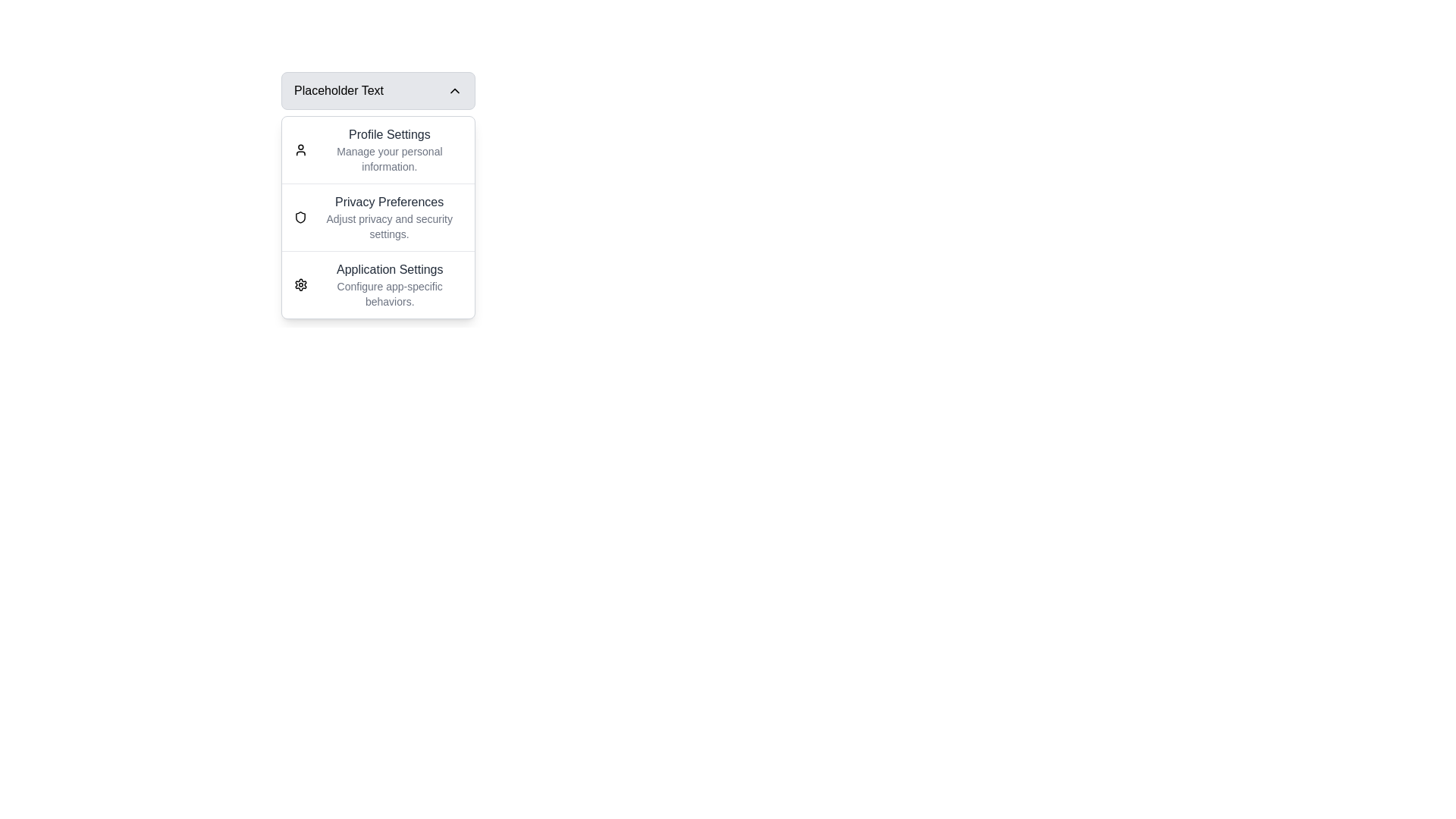  Describe the element at coordinates (390, 268) in the screenshot. I see `the 'Application Settings' text label, which is displayed in medium-weight gray font as the primary label in a dropdown menu of settings options` at that location.